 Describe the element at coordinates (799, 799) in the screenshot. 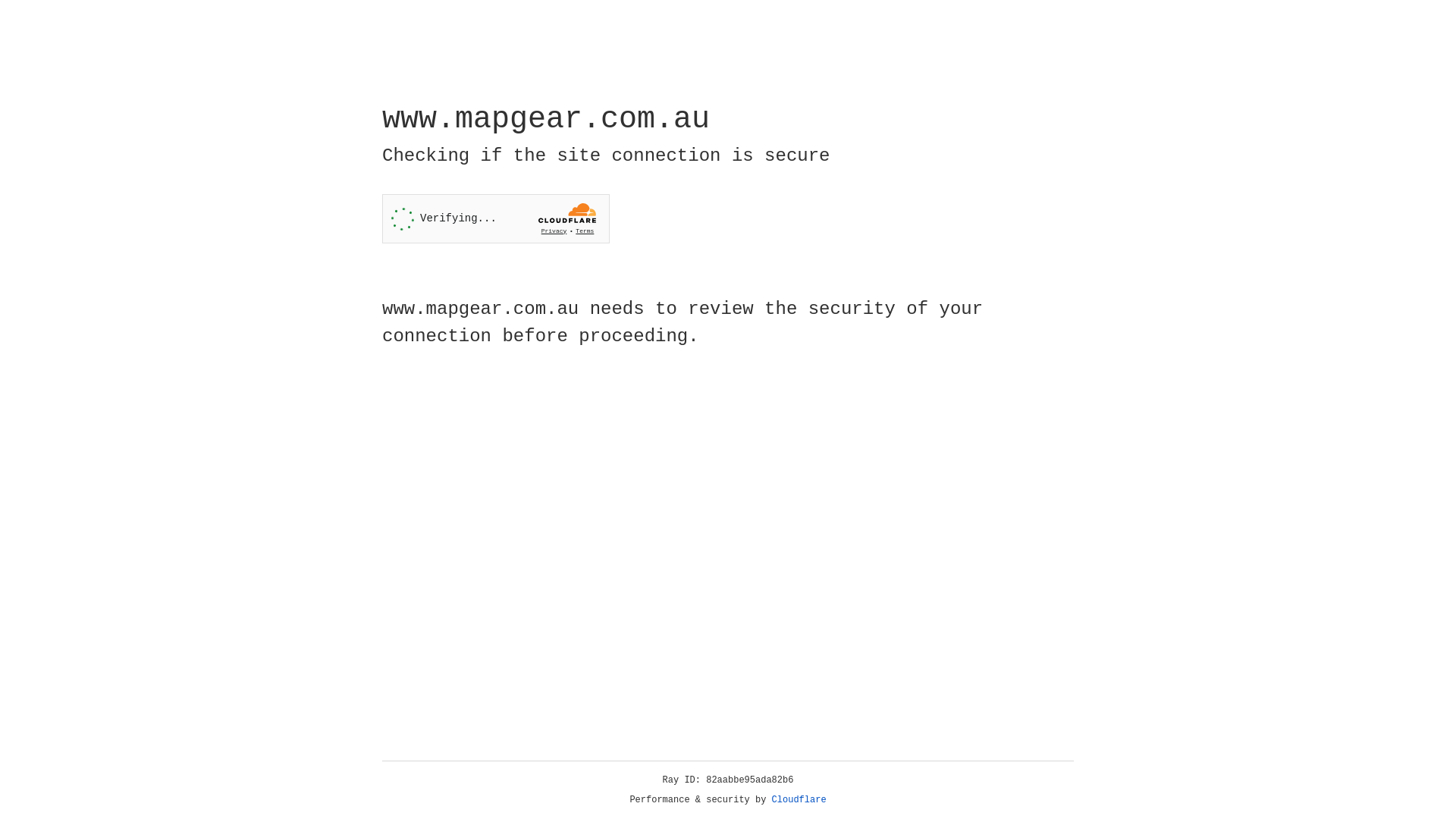

I see `'Cloudflare'` at that location.